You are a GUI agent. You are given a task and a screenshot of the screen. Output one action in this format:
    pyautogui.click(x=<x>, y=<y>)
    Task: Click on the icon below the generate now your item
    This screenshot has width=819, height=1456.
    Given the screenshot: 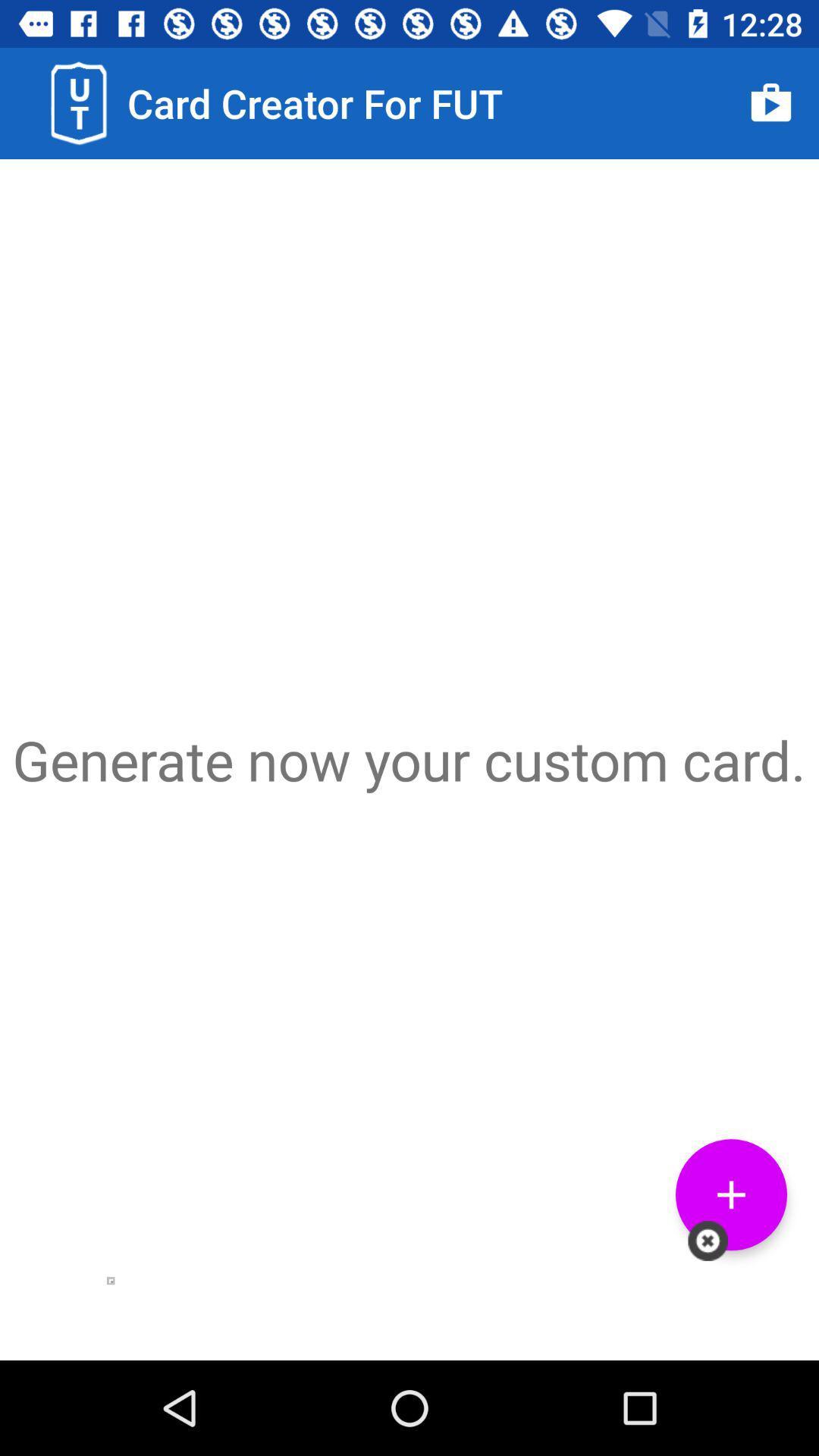 What is the action you would take?
    pyautogui.click(x=708, y=1241)
    